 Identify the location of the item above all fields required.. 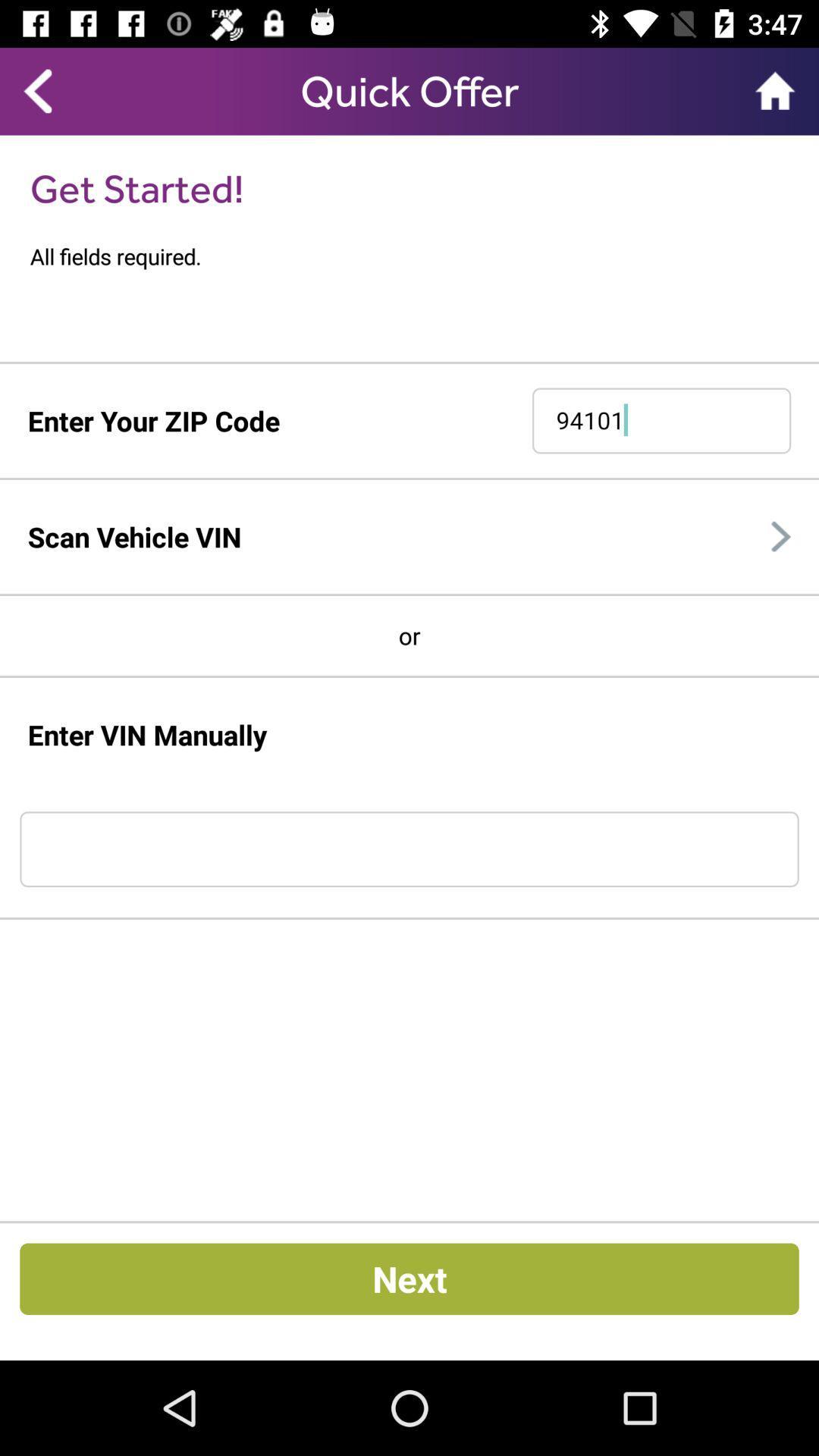
(136, 187).